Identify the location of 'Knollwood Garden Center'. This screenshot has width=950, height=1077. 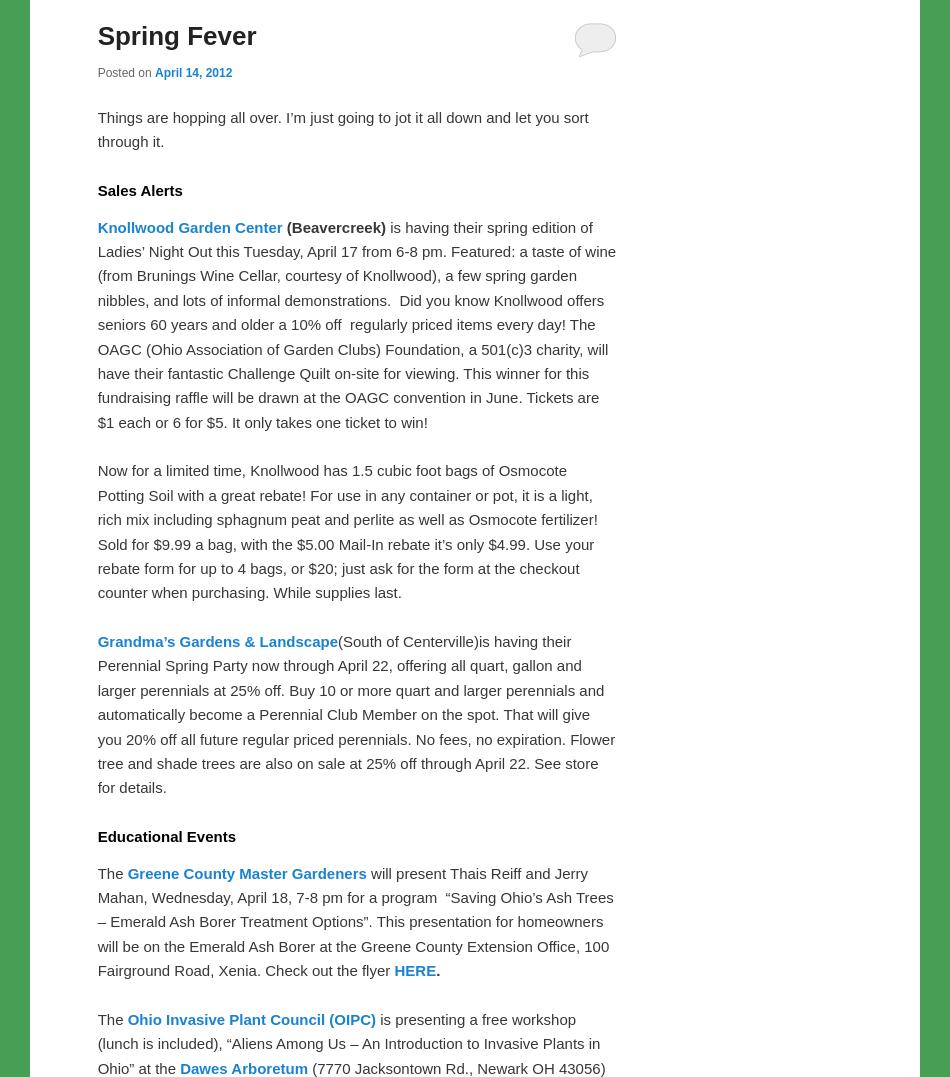
(189, 226).